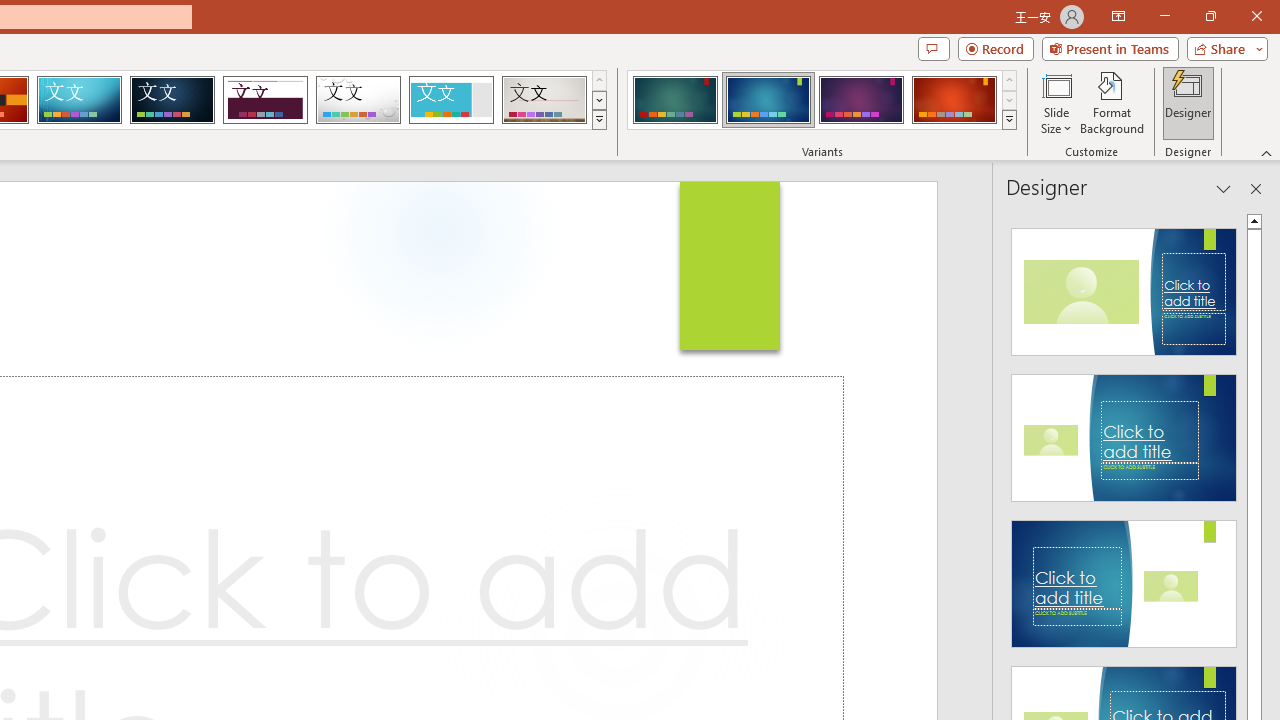 The height and width of the screenshot is (720, 1280). Describe the element at coordinates (1255, 16) in the screenshot. I see `'Close'` at that location.